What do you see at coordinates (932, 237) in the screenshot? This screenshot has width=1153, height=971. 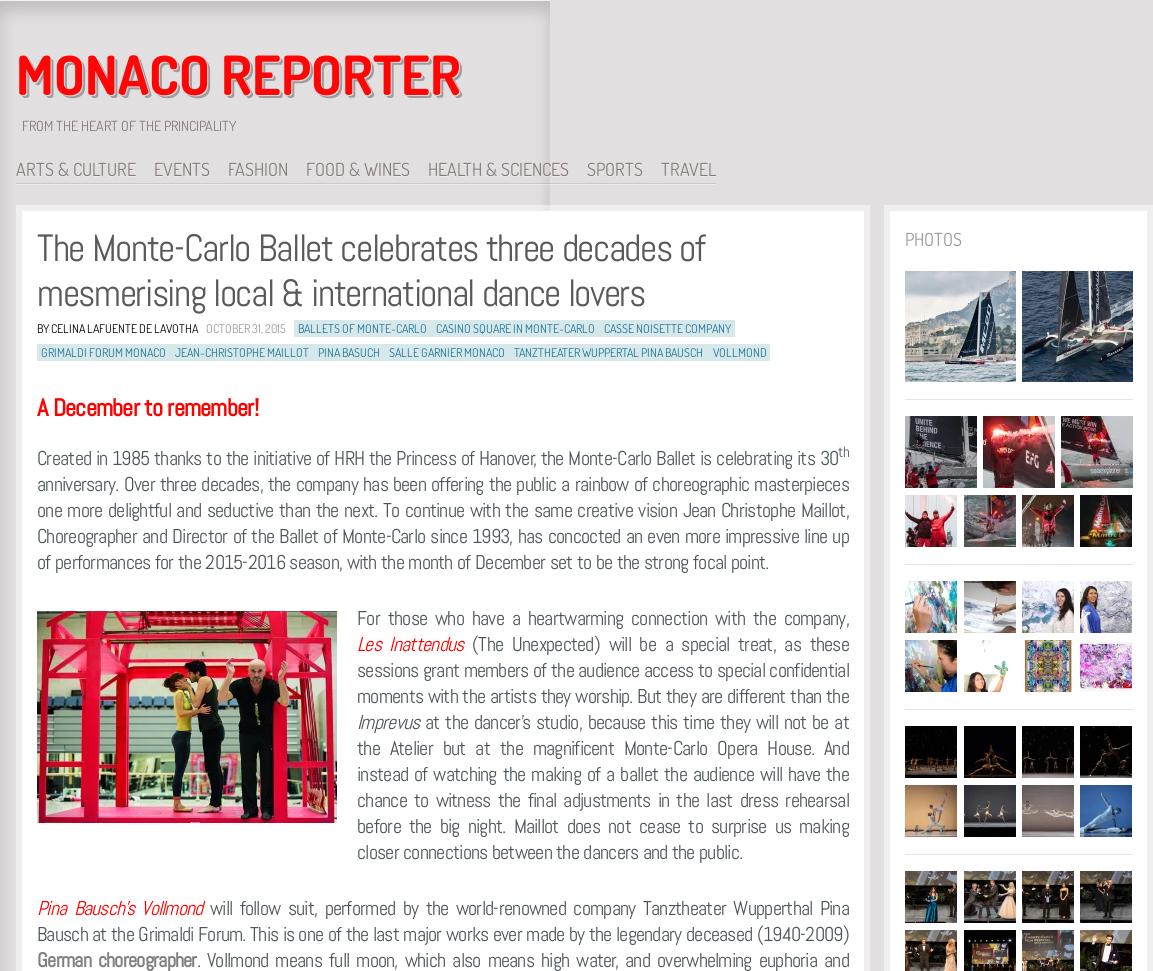 I see `'Photos'` at bounding box center [932, 237].